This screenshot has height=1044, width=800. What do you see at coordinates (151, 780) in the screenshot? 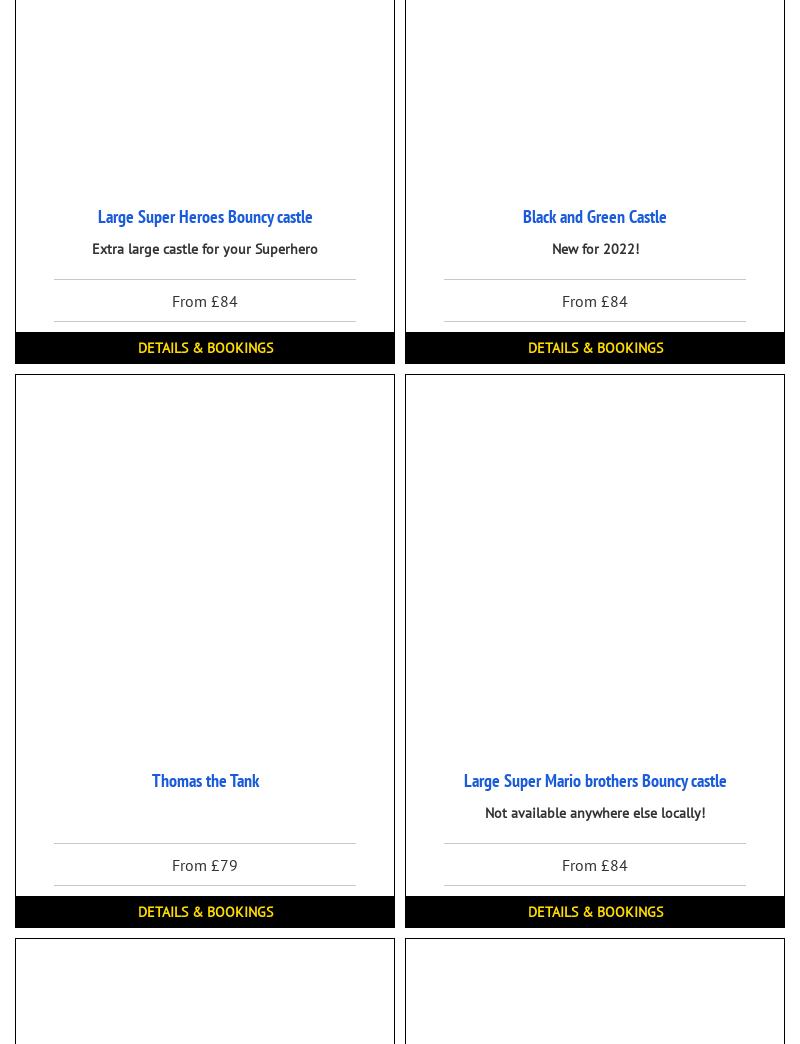
I see `'Thomas the Tank'` at bounding box center [151, 780].